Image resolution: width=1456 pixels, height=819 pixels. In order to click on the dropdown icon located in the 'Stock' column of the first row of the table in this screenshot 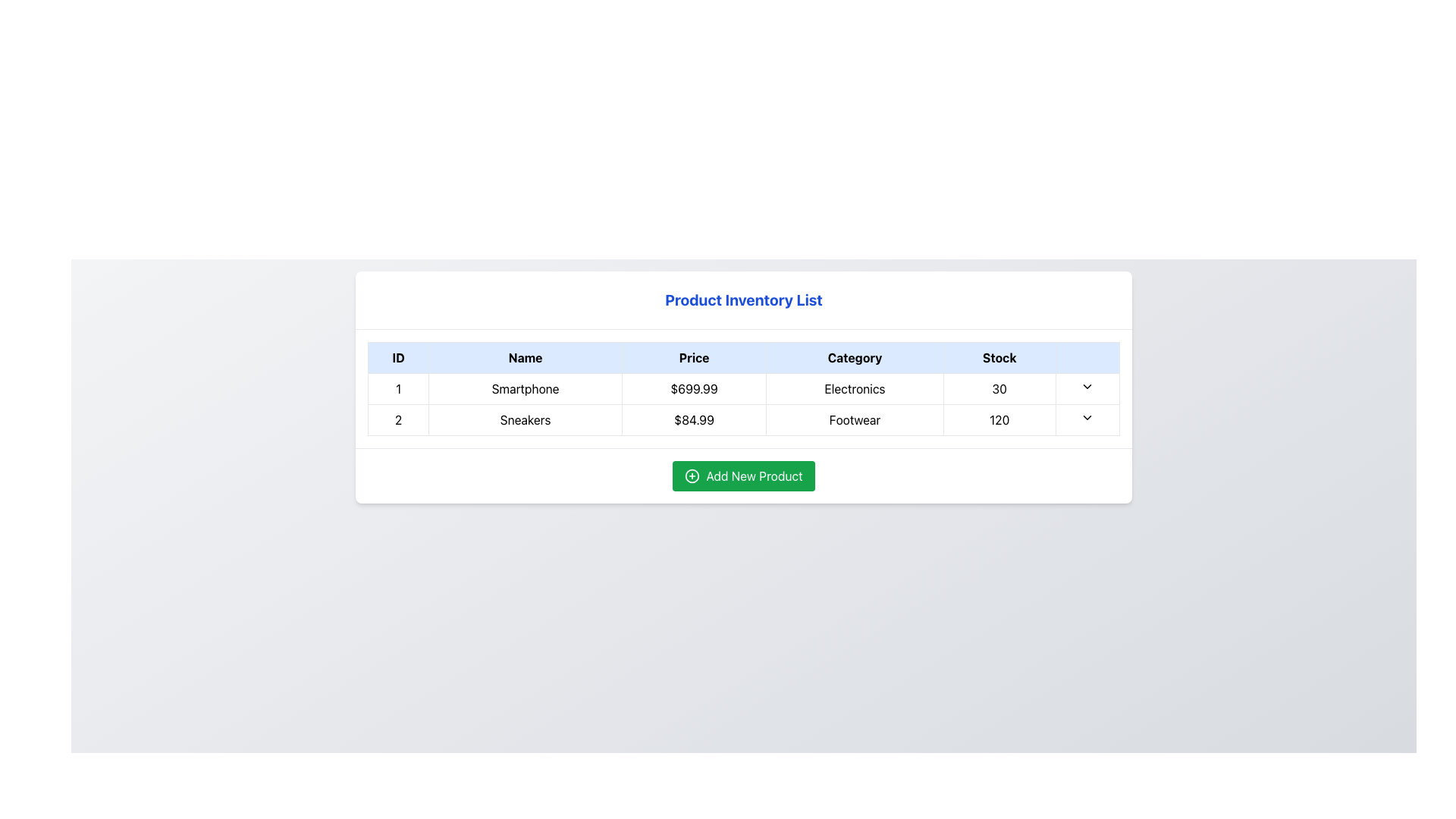, I will do `click(1087, 385)`.